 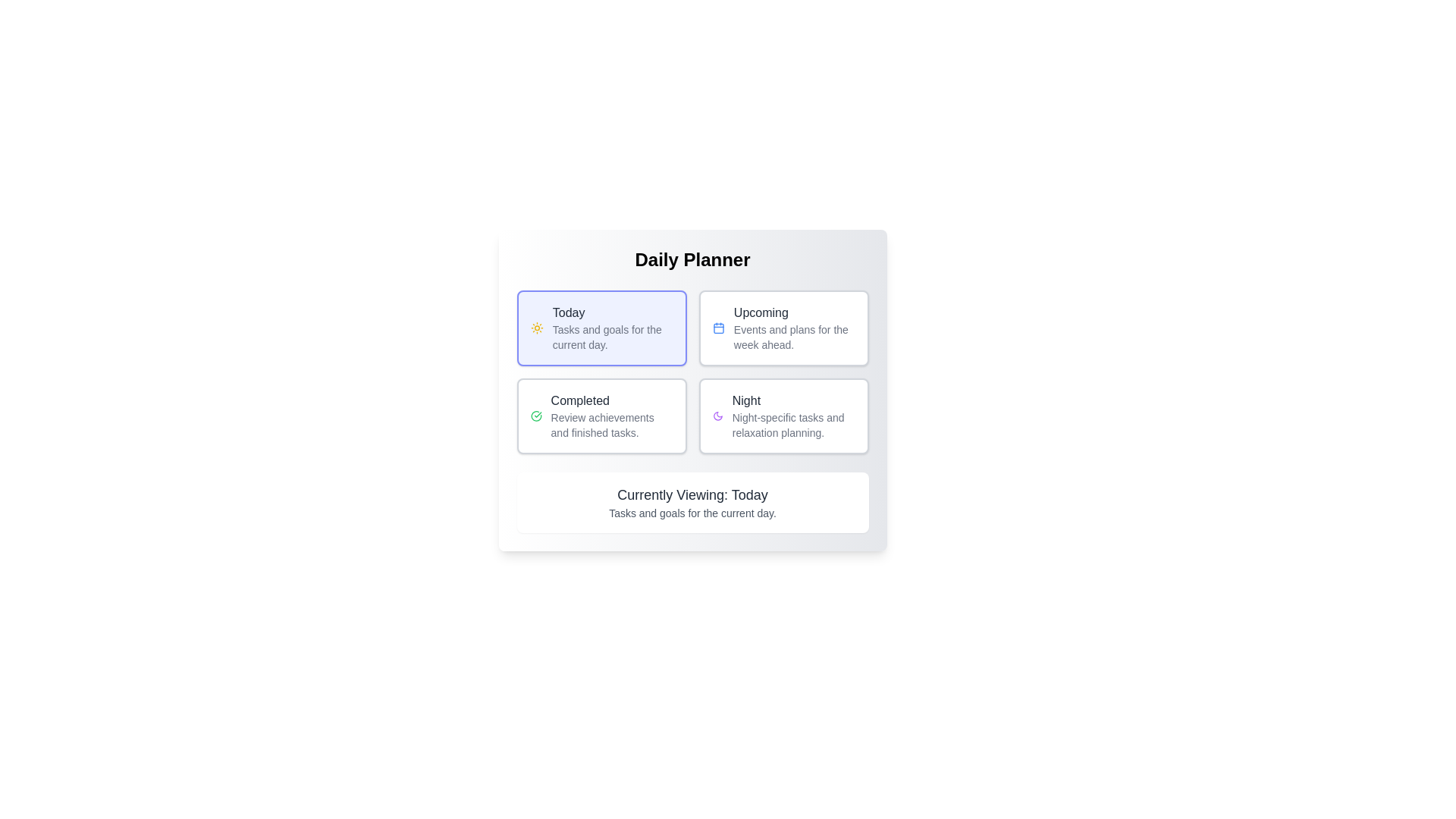 What do you see at coordinates (717, 416) in the screenshot?
I see `the moon-shaped icon with a purple color located in the bottom-right area of the 'Night' card` at bounding box center [717, 416].